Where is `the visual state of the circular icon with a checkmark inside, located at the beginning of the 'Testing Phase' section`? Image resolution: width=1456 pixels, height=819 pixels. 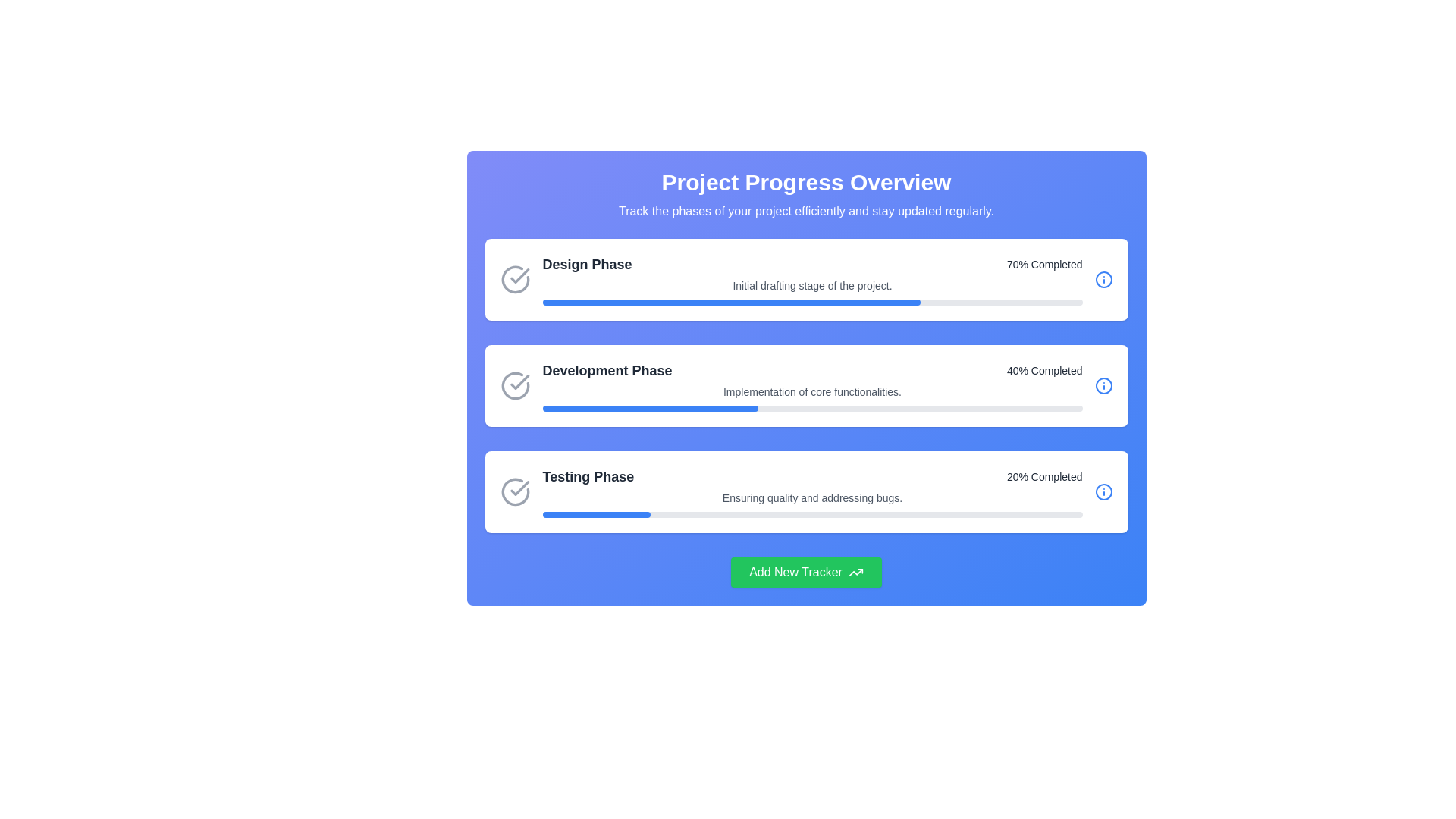 the visual state of the circular icon with a checkmark inside, located at the beginning of the 'Testing Phase' section is located at coordinates (515, 491).